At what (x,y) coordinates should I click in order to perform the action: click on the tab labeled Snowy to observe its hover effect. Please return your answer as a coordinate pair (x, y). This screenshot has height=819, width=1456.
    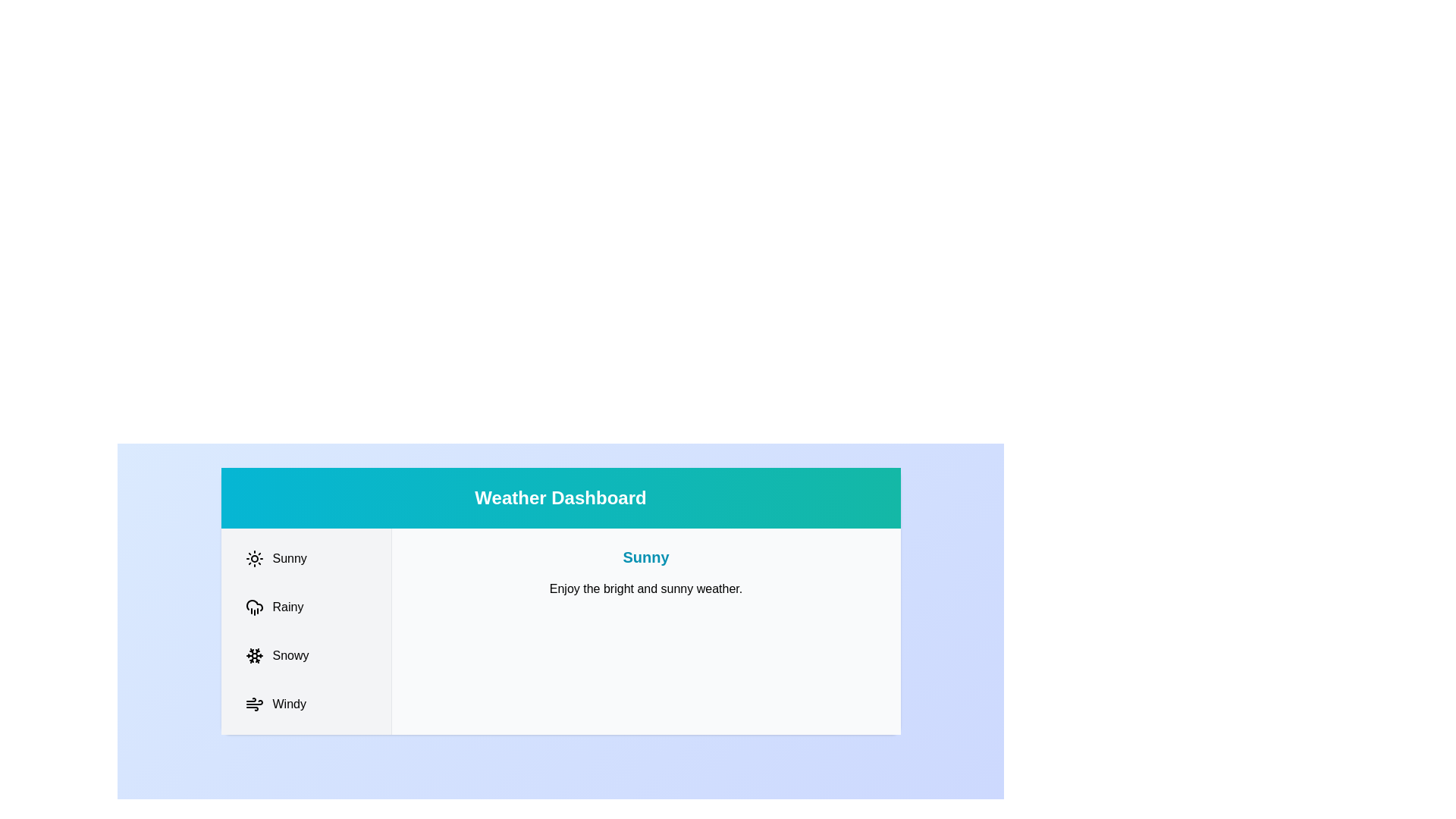
    Looking at the image, I should click on (305, 654).